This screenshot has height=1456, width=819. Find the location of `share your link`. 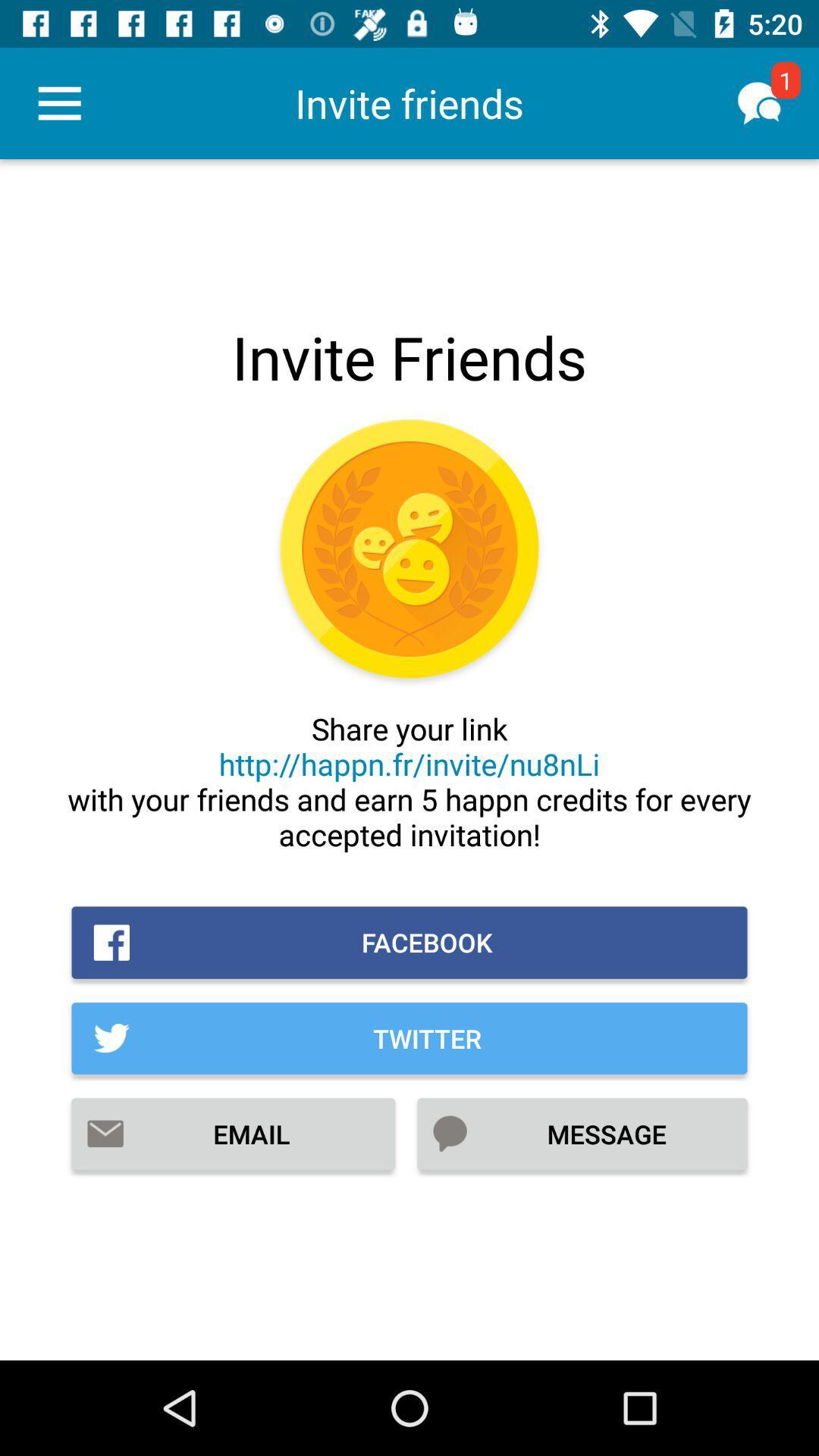

share your link is located at coordinates (409, 781).